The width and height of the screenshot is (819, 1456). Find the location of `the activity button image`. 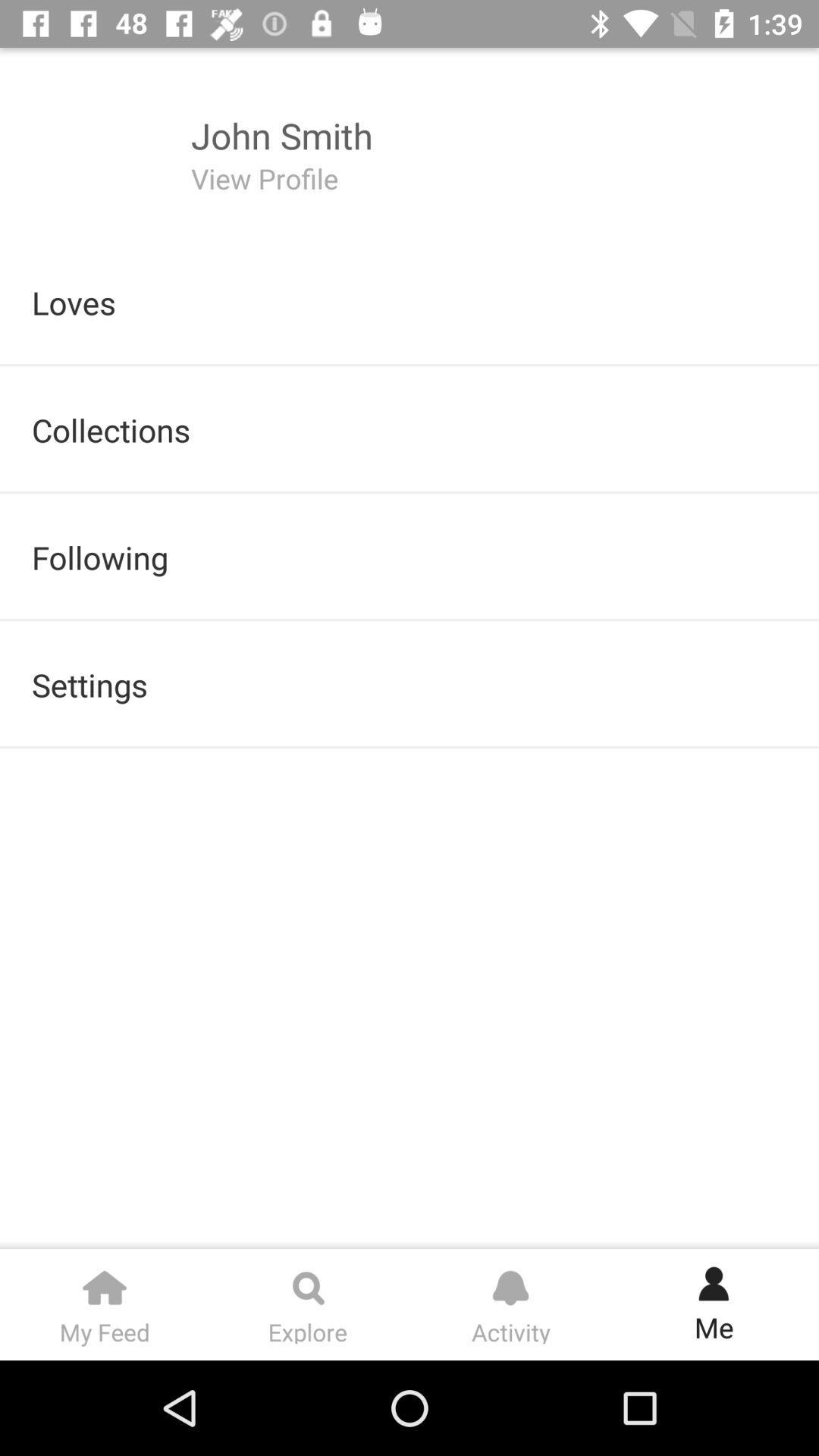

the activity button image is located at coordinates (510, 1280).